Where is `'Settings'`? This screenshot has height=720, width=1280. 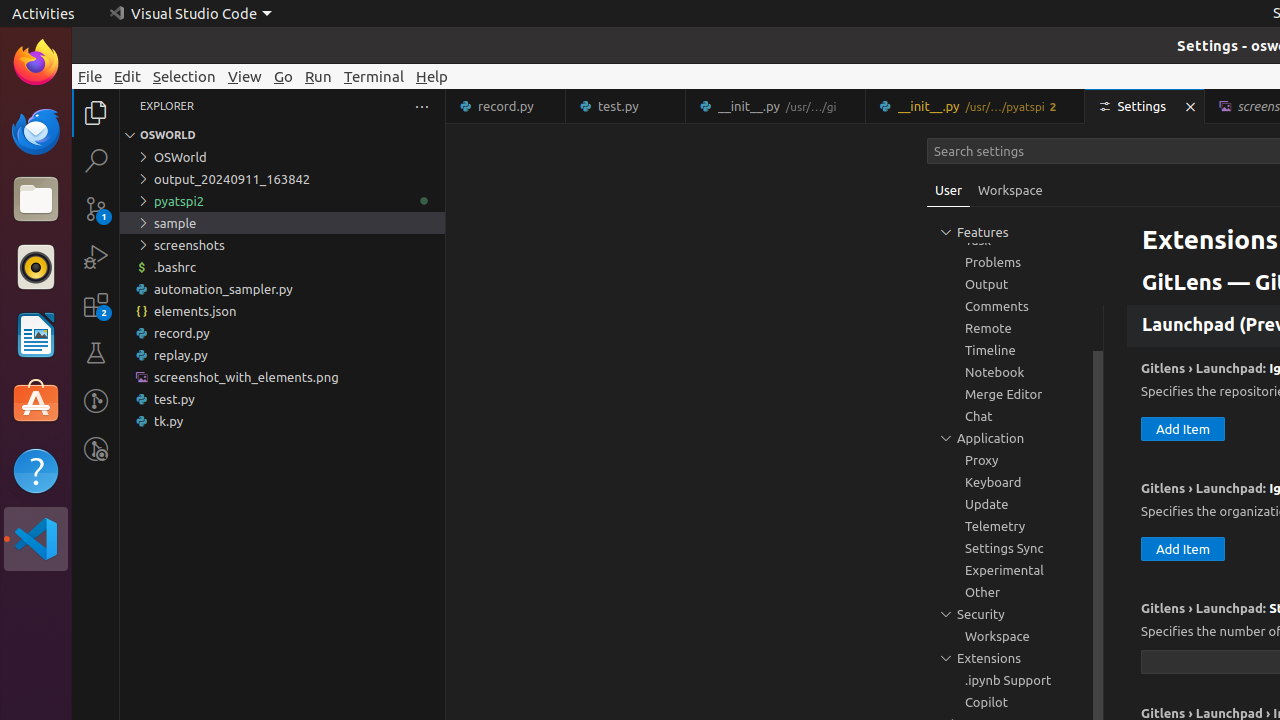
'Settings' is located at coordinates (1145, 106).